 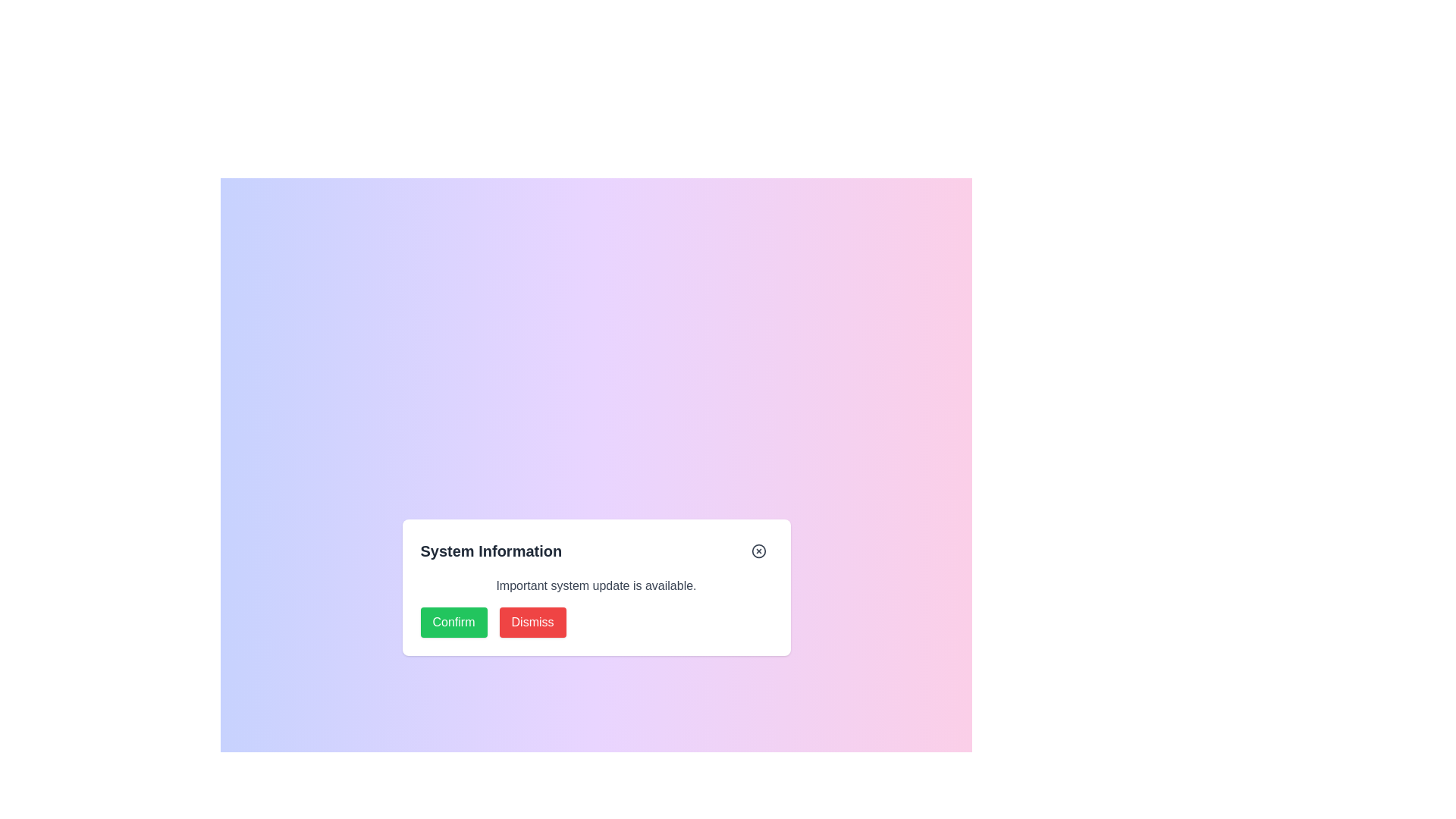 I want to click on the close button located in the top-right corner of the 'System Information' panel to trigger the hover effect, so click(x=758, y=551).